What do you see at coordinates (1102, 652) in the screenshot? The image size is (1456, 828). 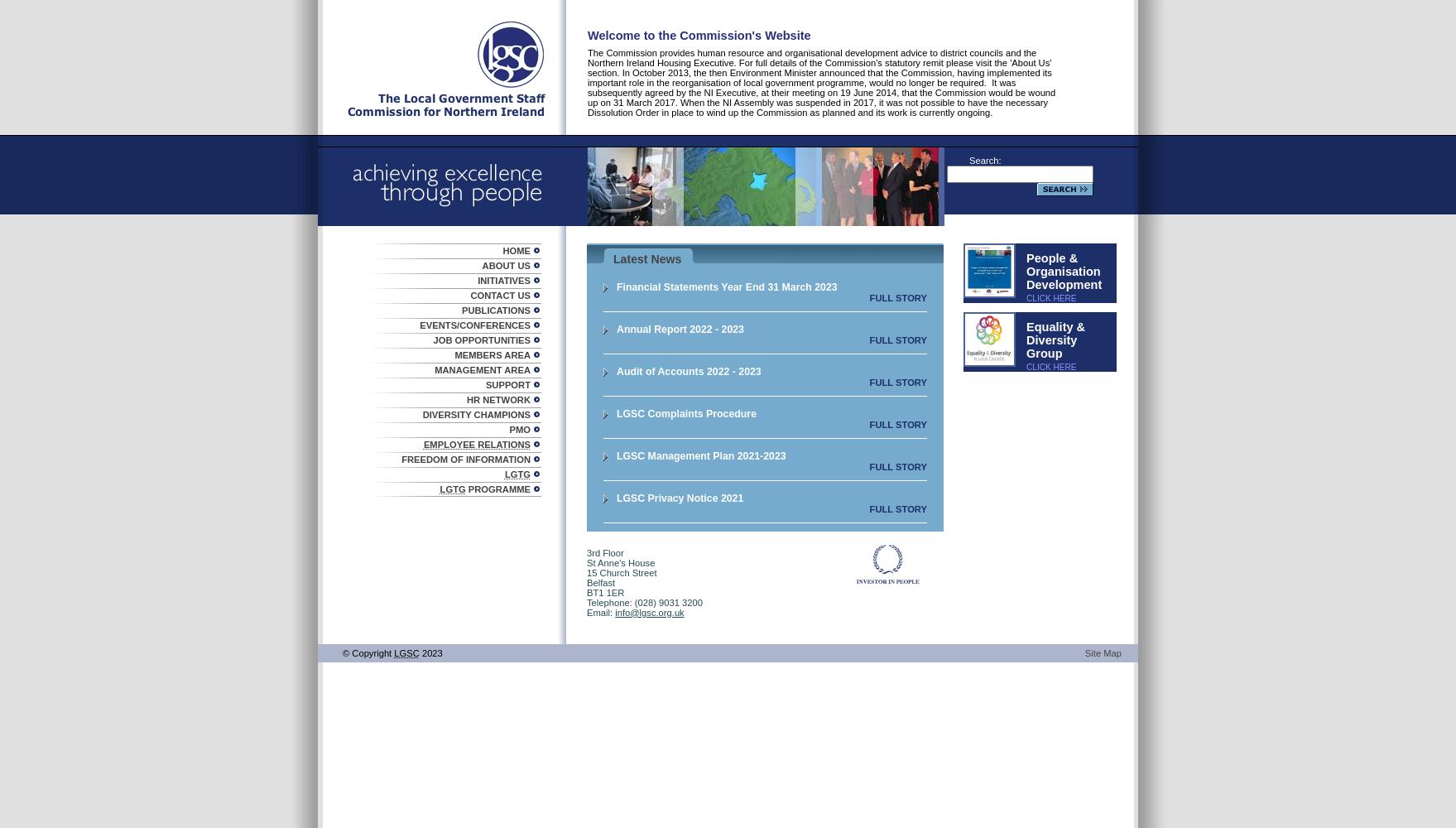 I see `'Site Map'` at bounding box center [1102, 652].